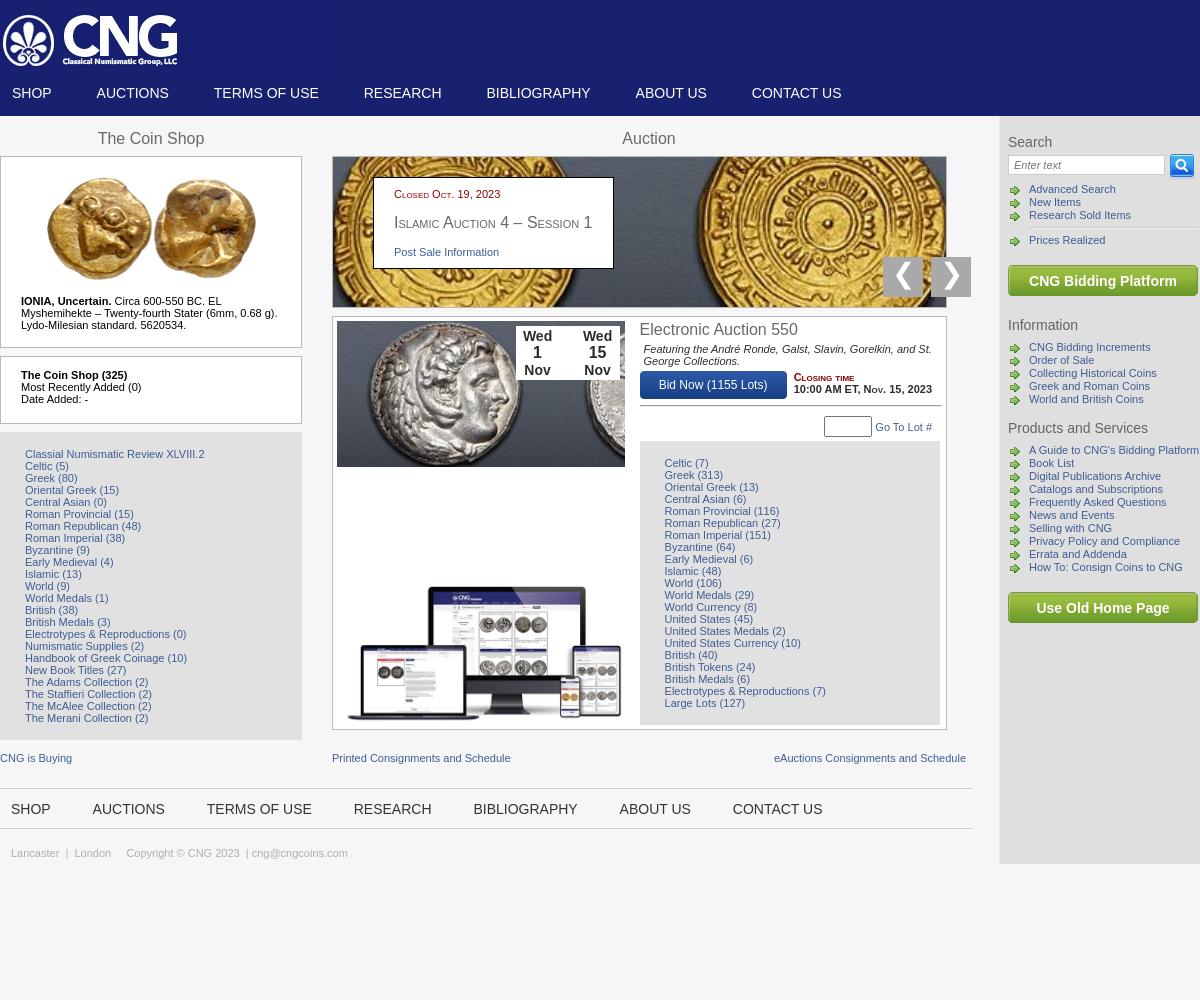 This screenshot has width=1200, height=1000. What do you see at coordinates (179, 852) in the screenshot?
I see `'Copyright © CNG 2023  |'` at bounding box center [179, 852].